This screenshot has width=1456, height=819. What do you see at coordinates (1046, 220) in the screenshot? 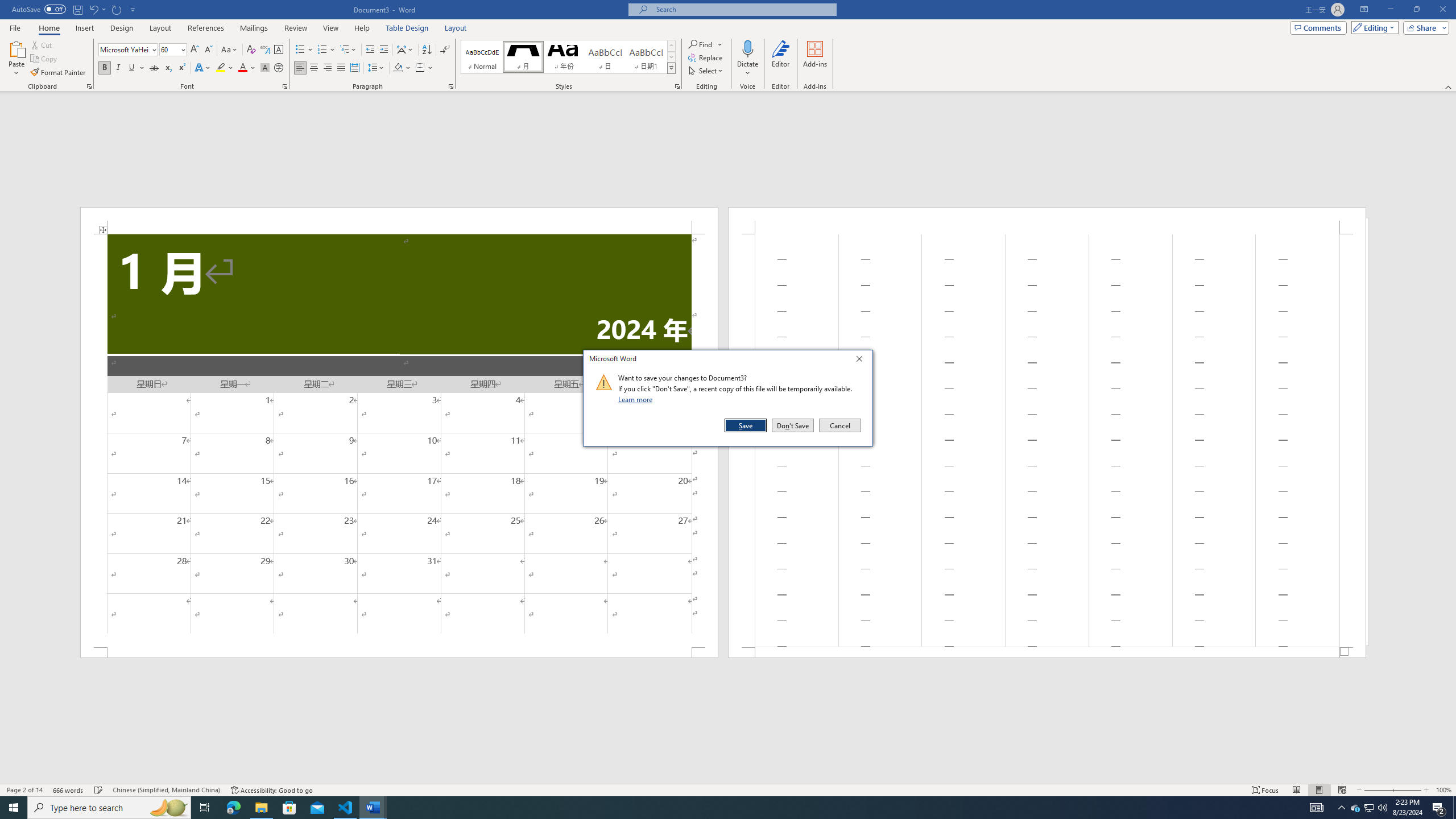
I see `'Header -Section 1-'` at bounding box center [1046, 220].